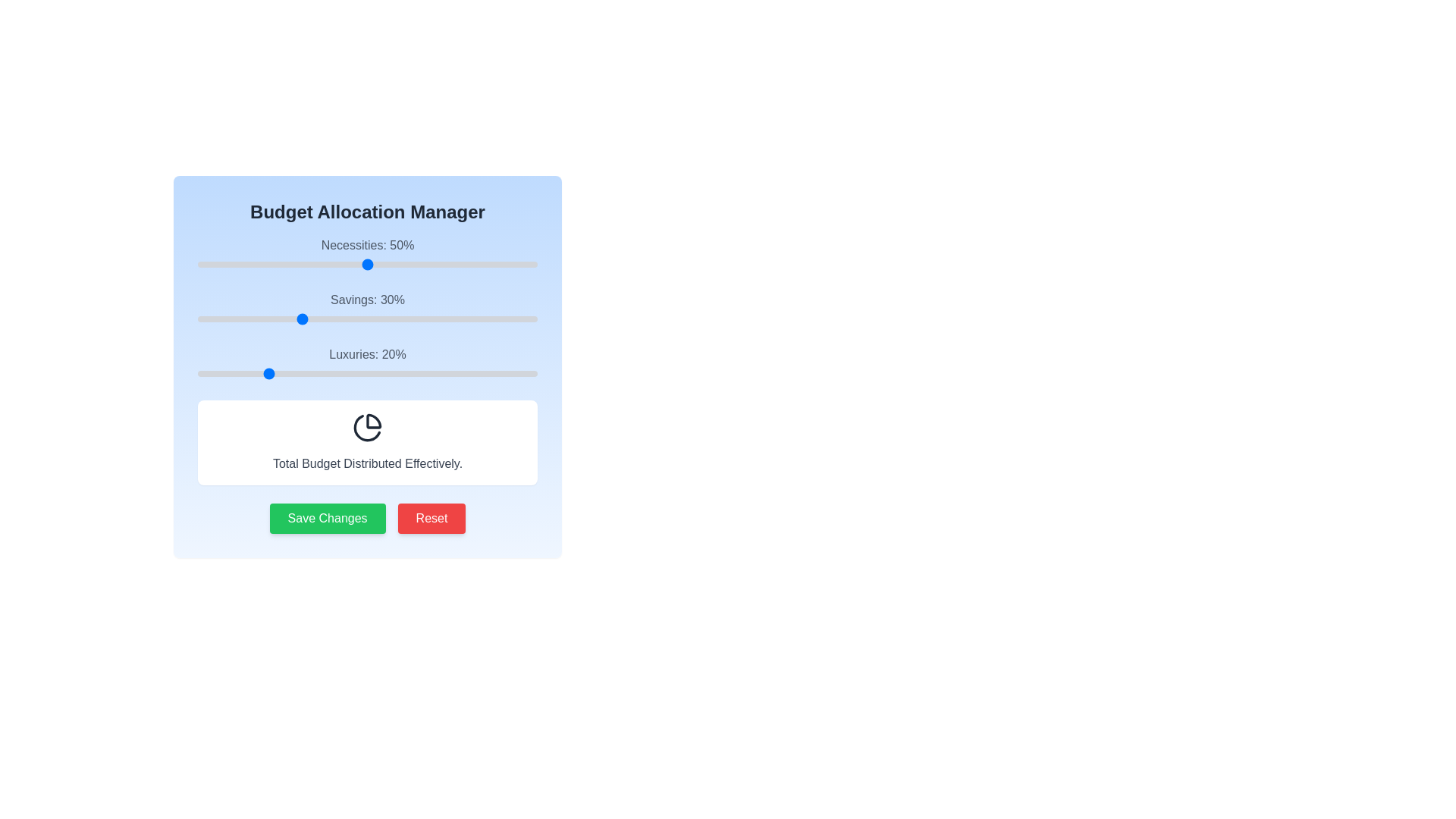  I want to click on the blue handle of the horizontal slider located below the 'Luxuries: 20%' text, so click(367, 374).